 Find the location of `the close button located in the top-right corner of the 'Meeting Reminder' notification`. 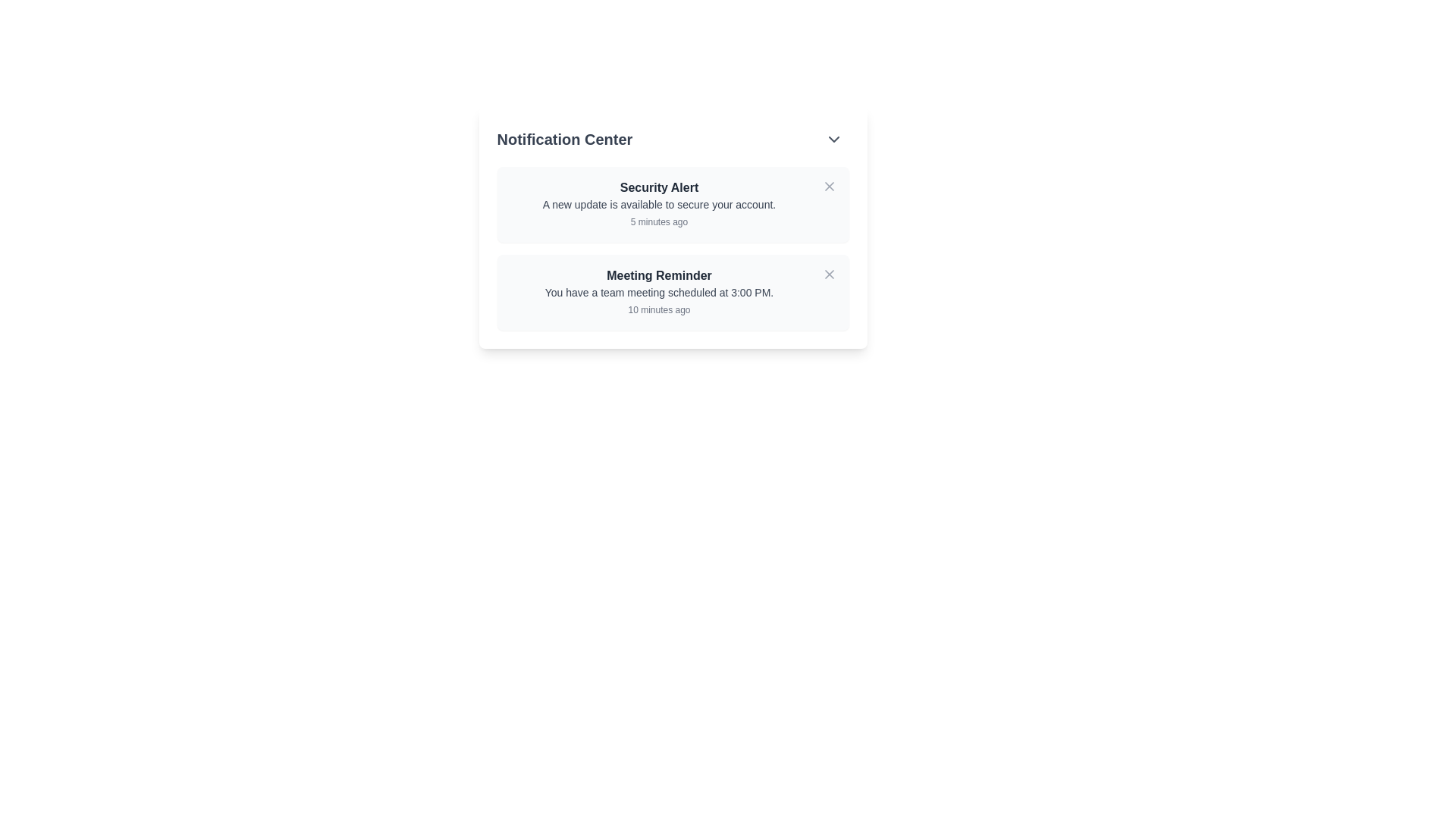

the close button located in the top-right corner of the 'Meeting Reminder' notification is located at coordinates (828, 275).